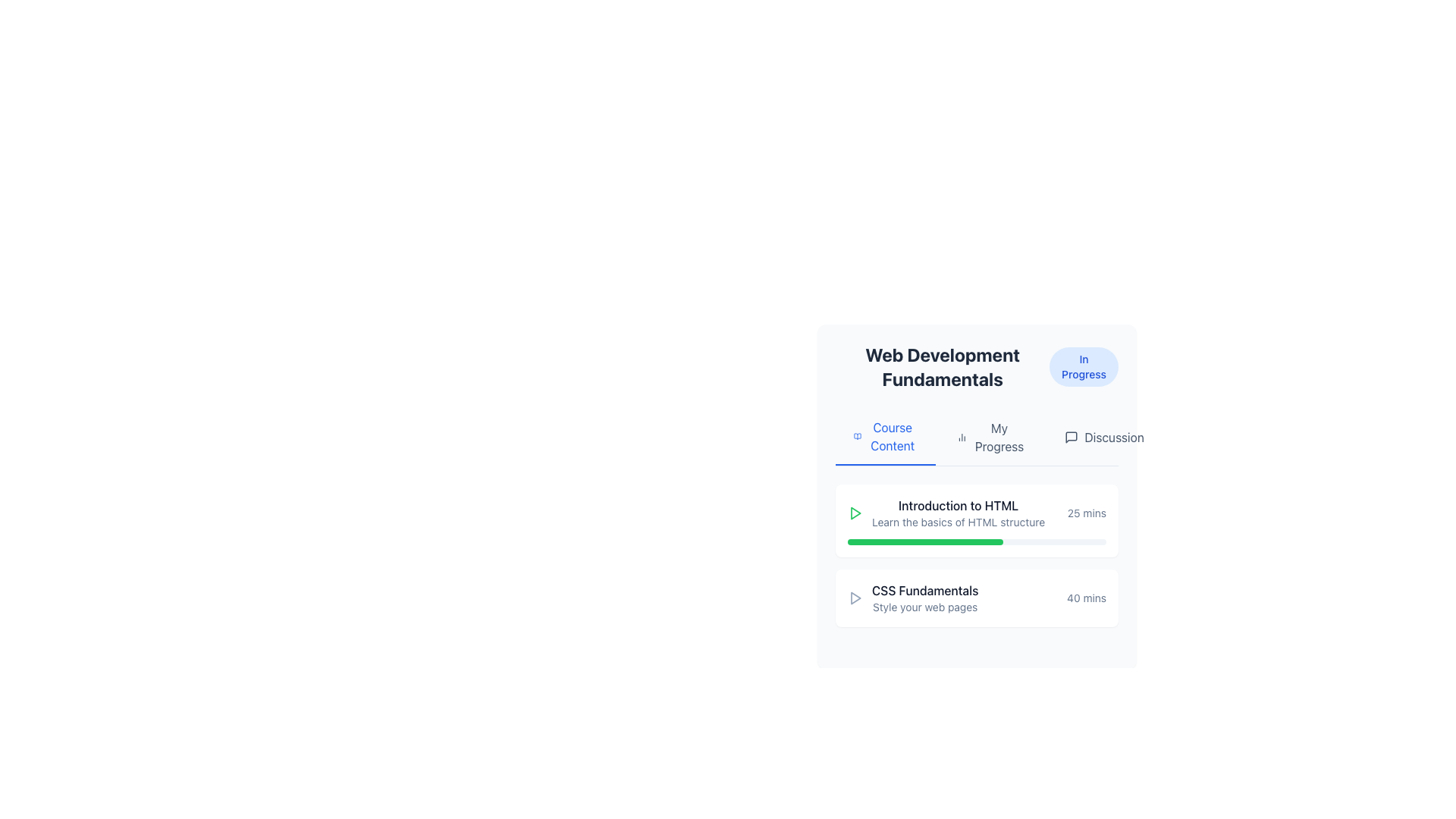  Describe the element at coordinates (924, 590) in the screenshot. I see `the static text label in the 'Web Development Fundamentals' section that serves as a title for the content item, positioned above the subtitle 'Style your web pages'` at that location.